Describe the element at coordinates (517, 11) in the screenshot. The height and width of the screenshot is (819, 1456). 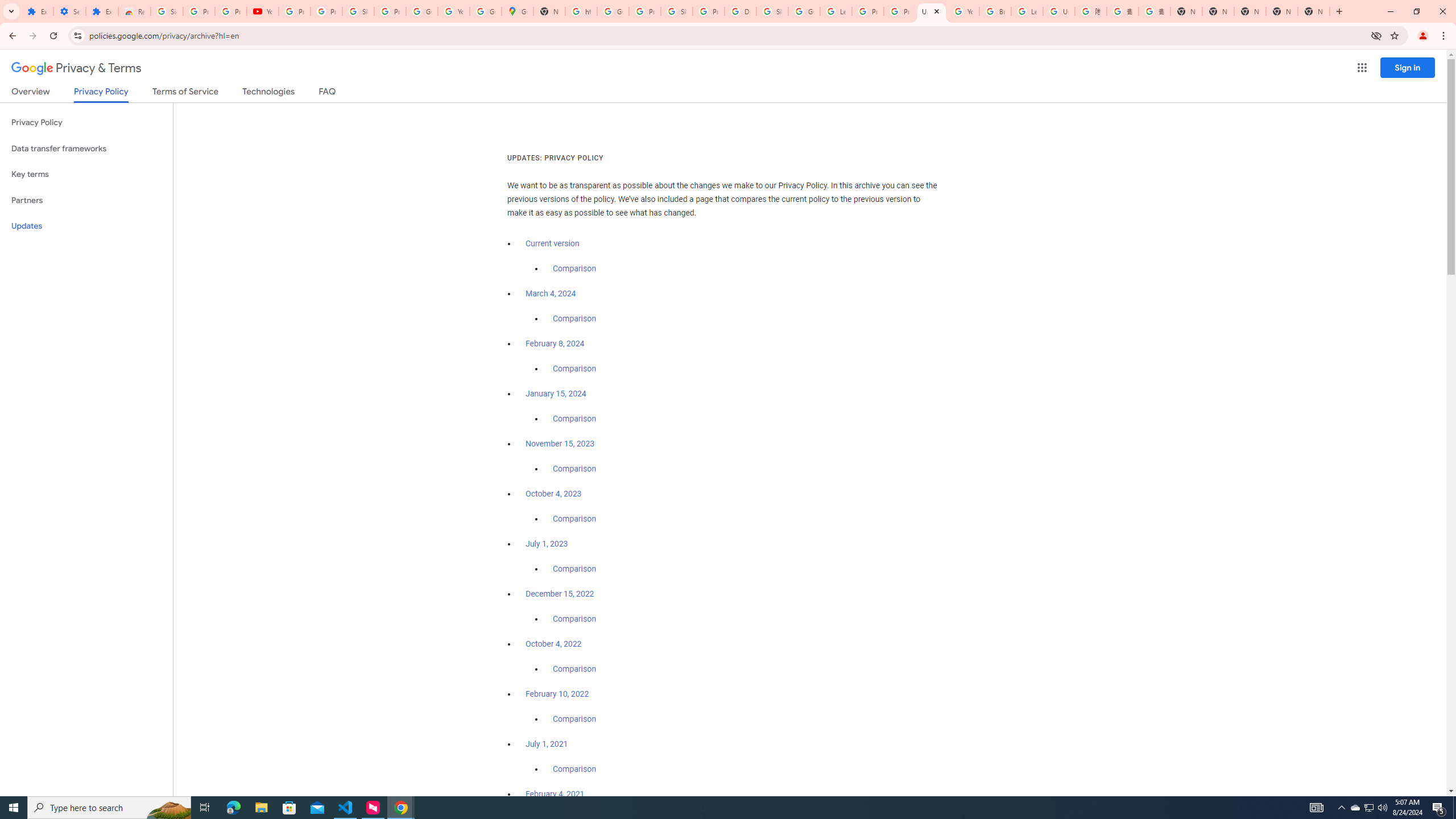
I see `'Google Maps'` at that location.